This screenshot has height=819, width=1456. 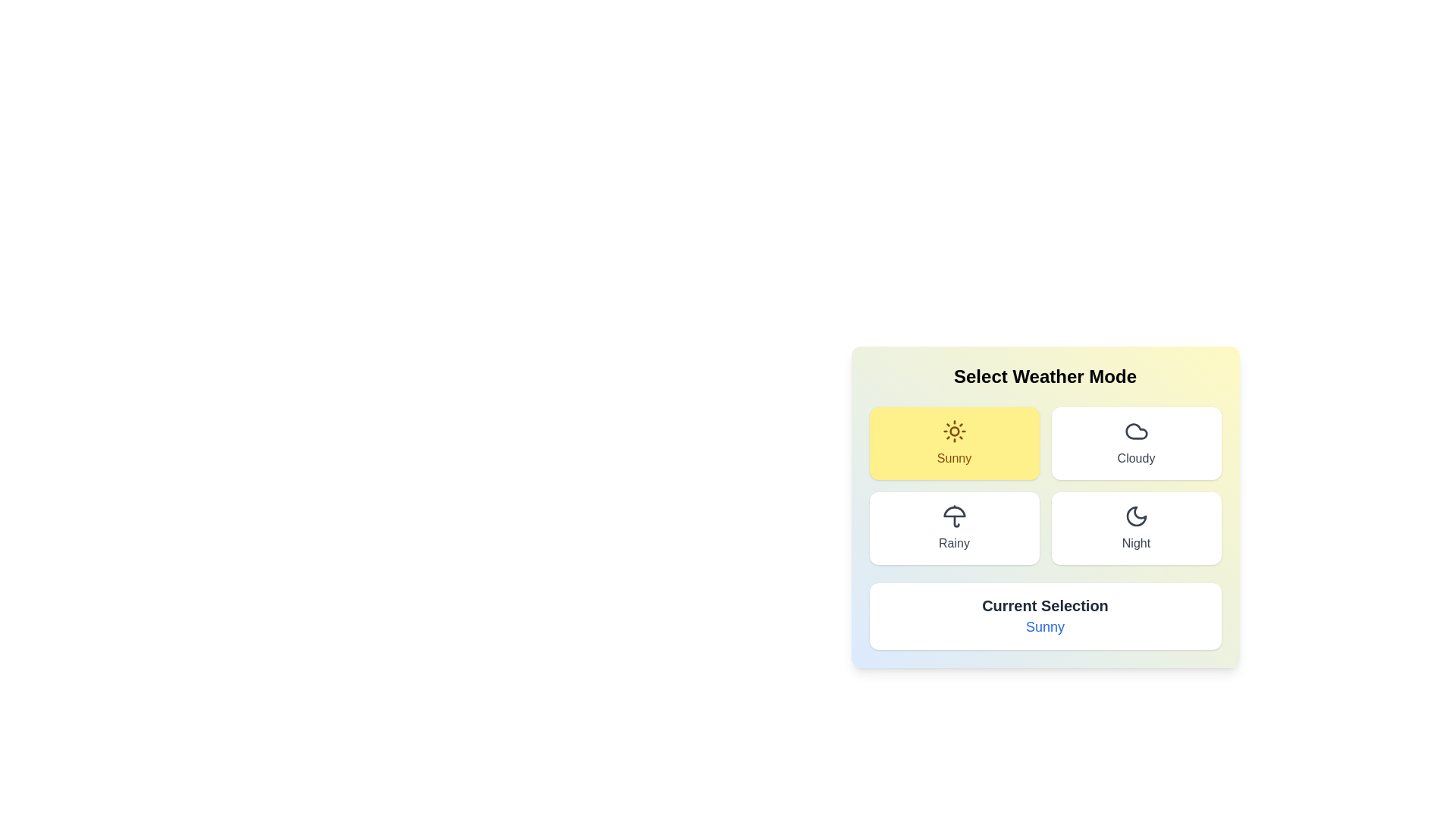 What do you see at coordinates (953, 444) in the screenshot?
I see `the Sunny button to select it` at bounding box center [953, 444].